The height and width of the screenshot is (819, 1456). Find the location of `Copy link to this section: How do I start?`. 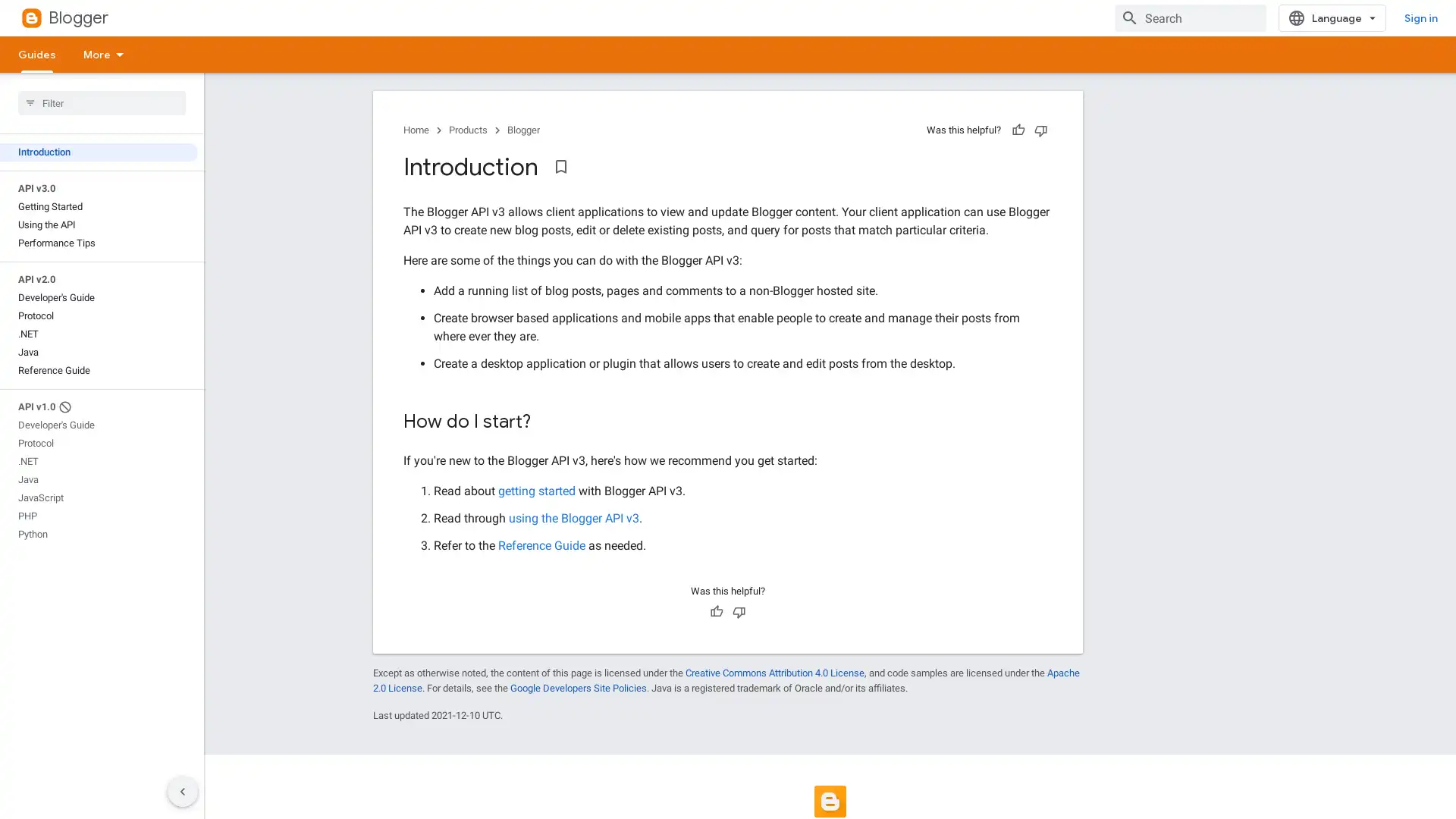

Copy link to this section: How do I start? is located at coordinates (546, 422).